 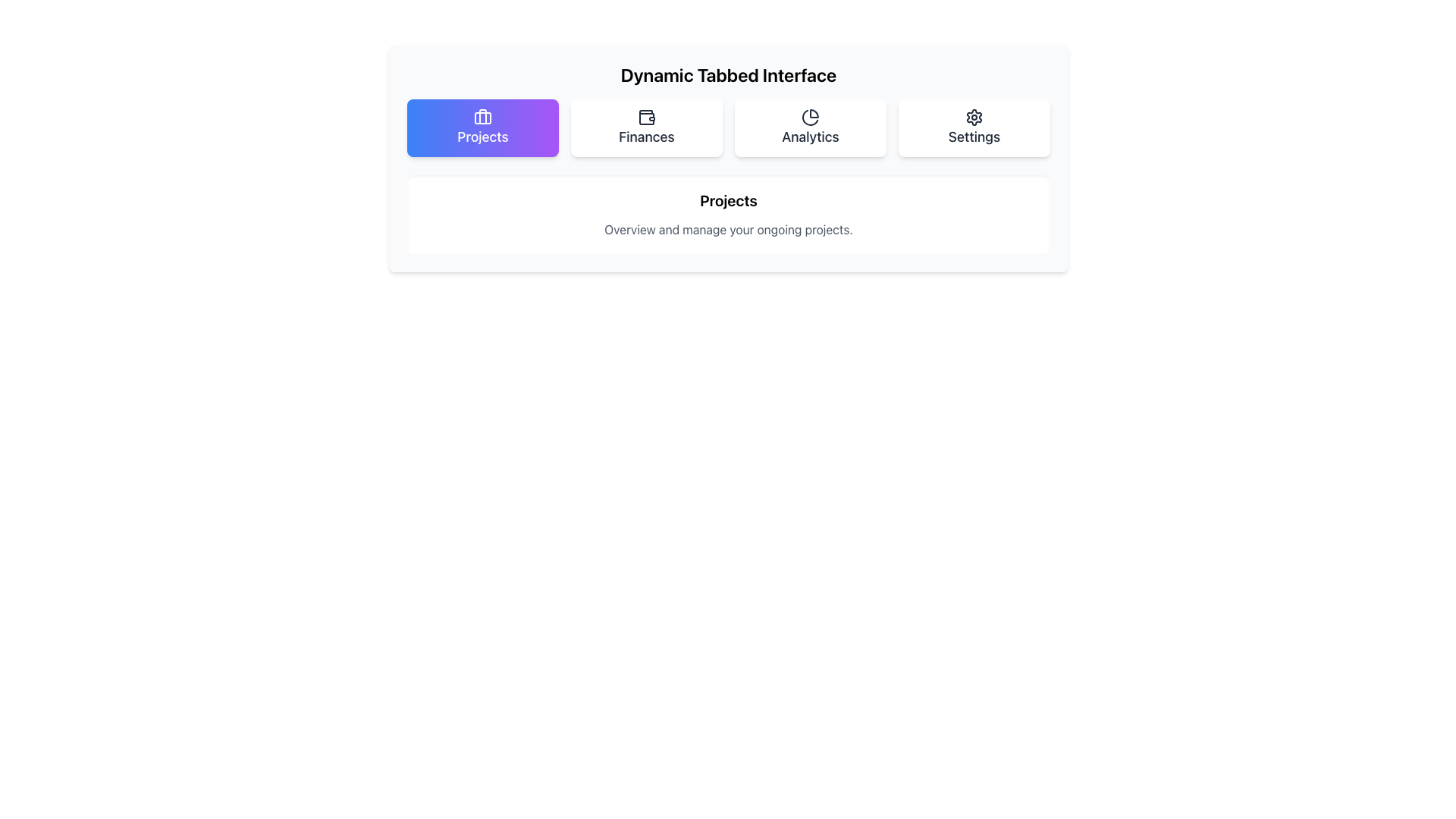 I want to click on text label positioned as the fourth item in the navigation row, located to the far right and below the gear icon, so click(x=974, y=137).